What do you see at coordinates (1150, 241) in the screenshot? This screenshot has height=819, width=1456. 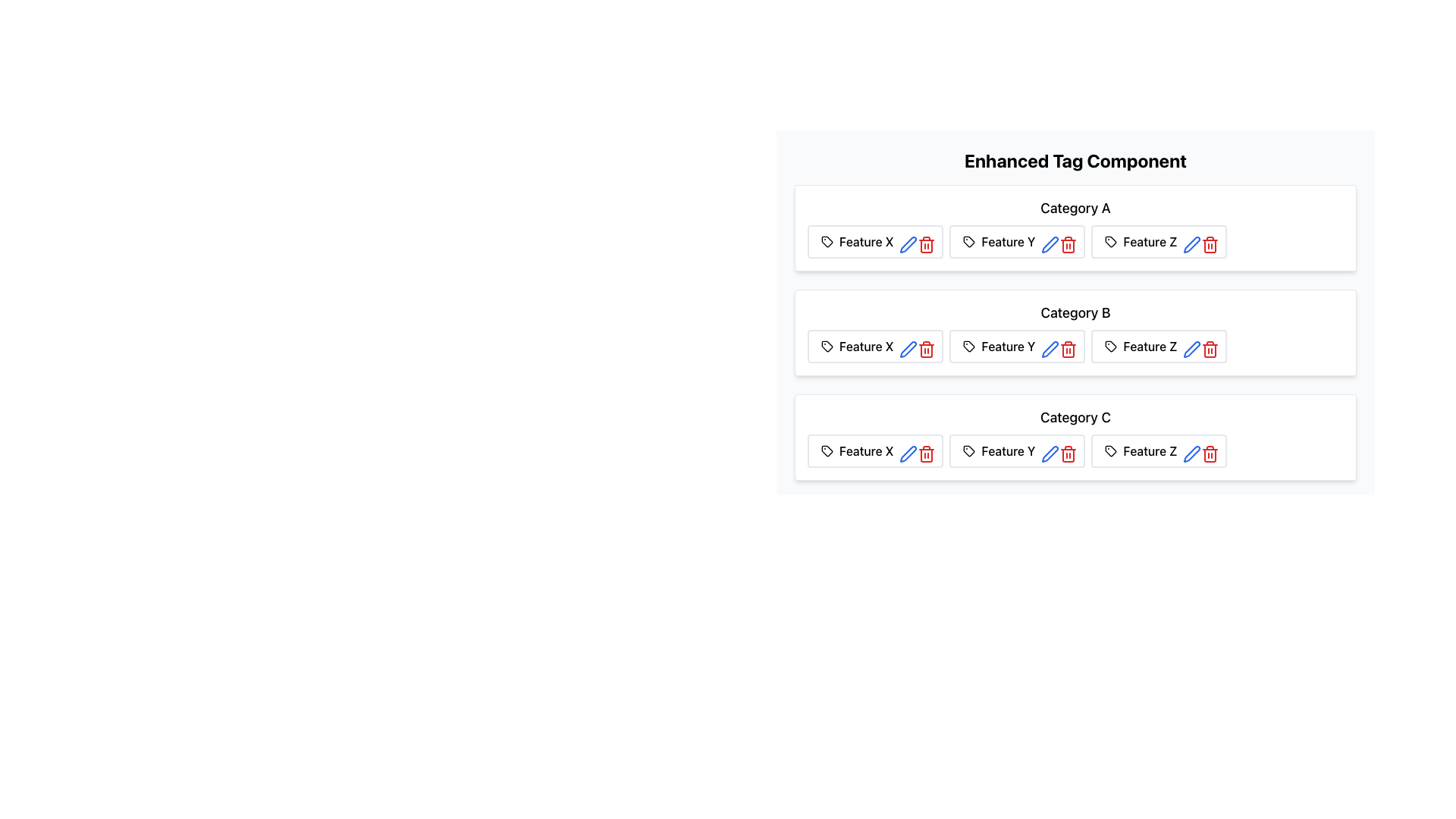 I see `the 'Feature Z' text label, which is displayed in black on a cyan background and is the third item in the horizontal arrangement under 'Category A'` at bounding box center [1150, 241].